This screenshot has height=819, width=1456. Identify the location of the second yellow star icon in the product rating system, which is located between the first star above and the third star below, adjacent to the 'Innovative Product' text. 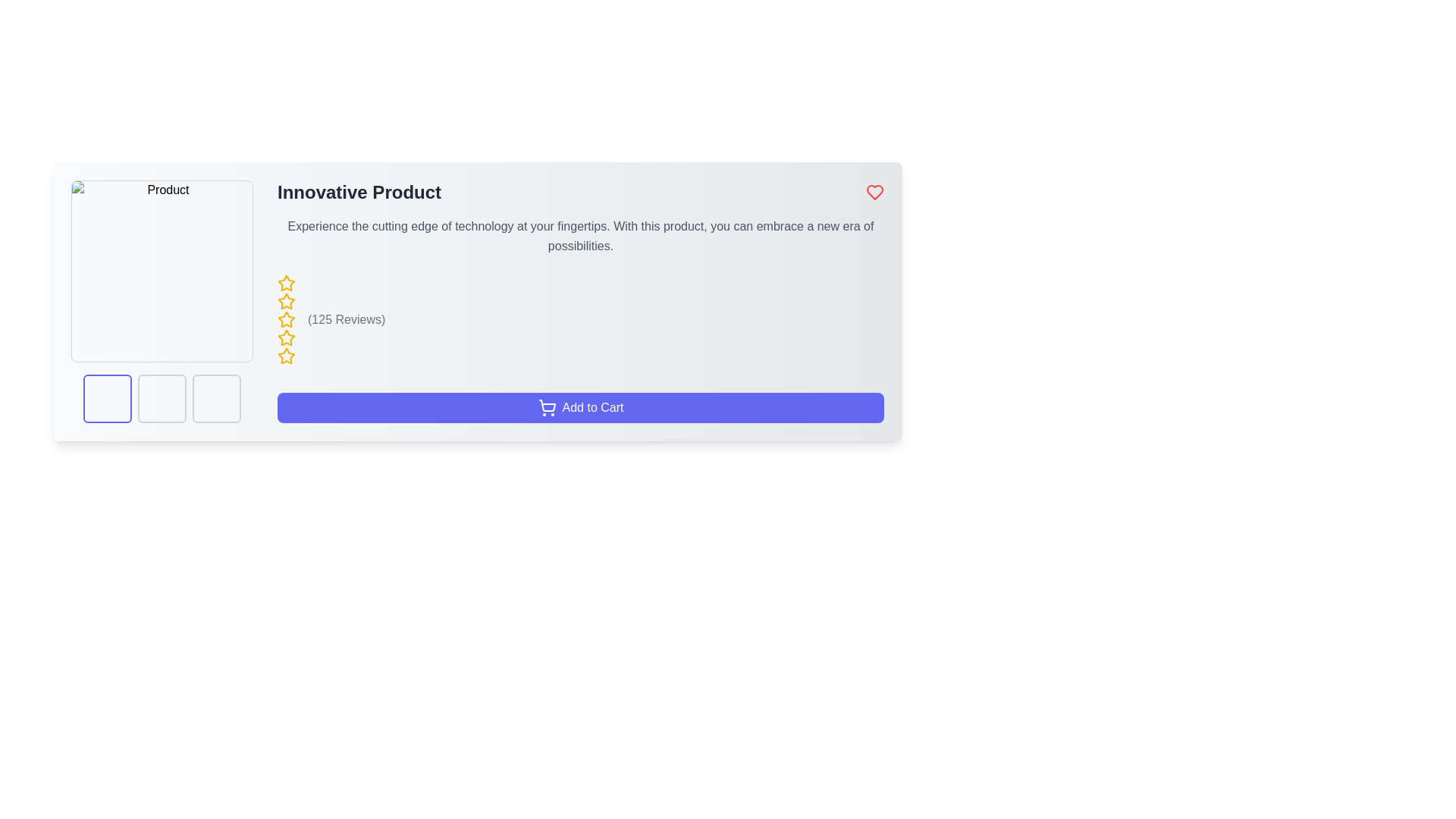
(287, 301).